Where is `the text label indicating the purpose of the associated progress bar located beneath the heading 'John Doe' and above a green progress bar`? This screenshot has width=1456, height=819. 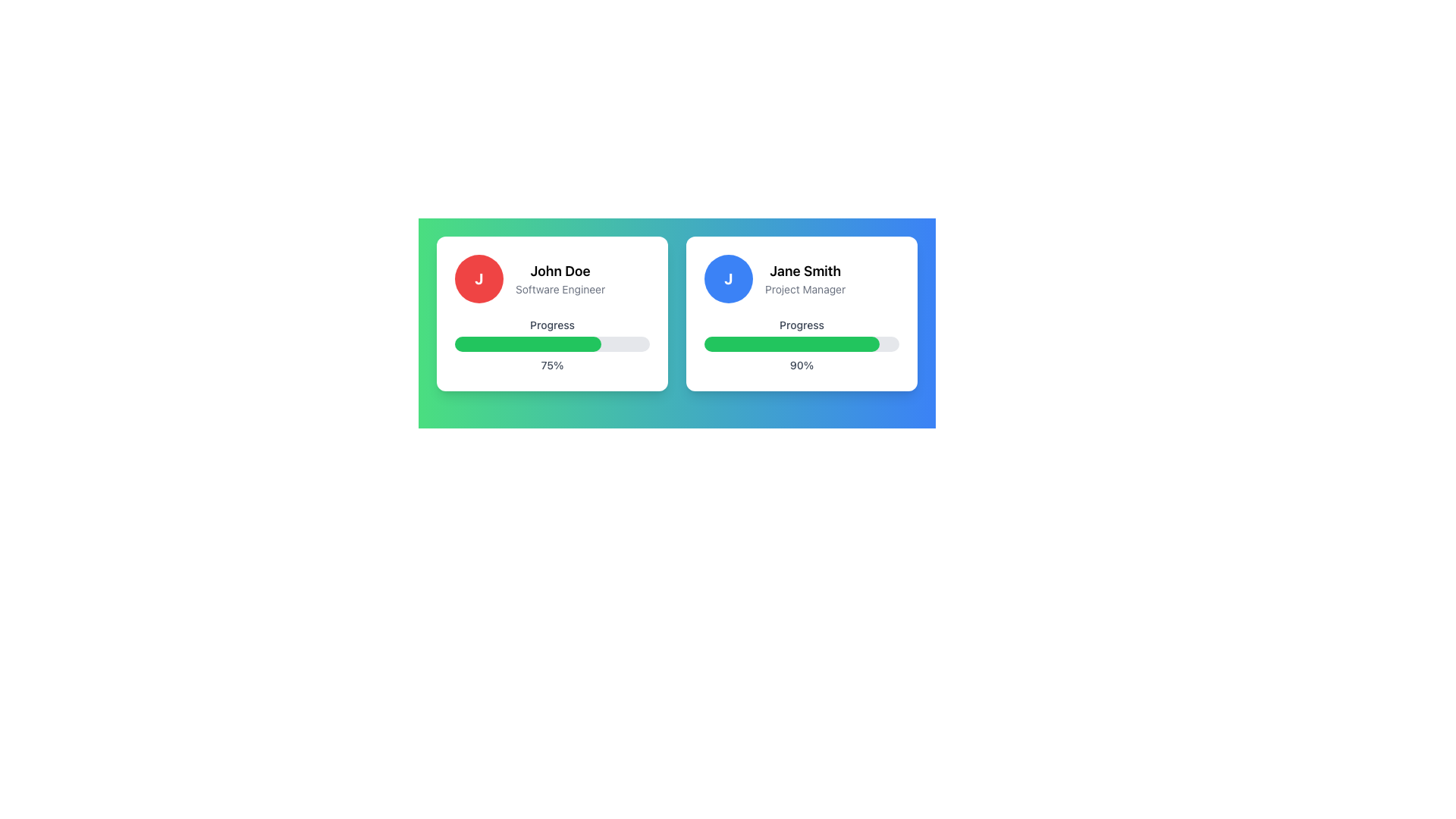 the text label indicating the purpose of the associated progress bar located beneath the heading 'John Doe' and above a green progress bar is located at coordinates (551, 324).